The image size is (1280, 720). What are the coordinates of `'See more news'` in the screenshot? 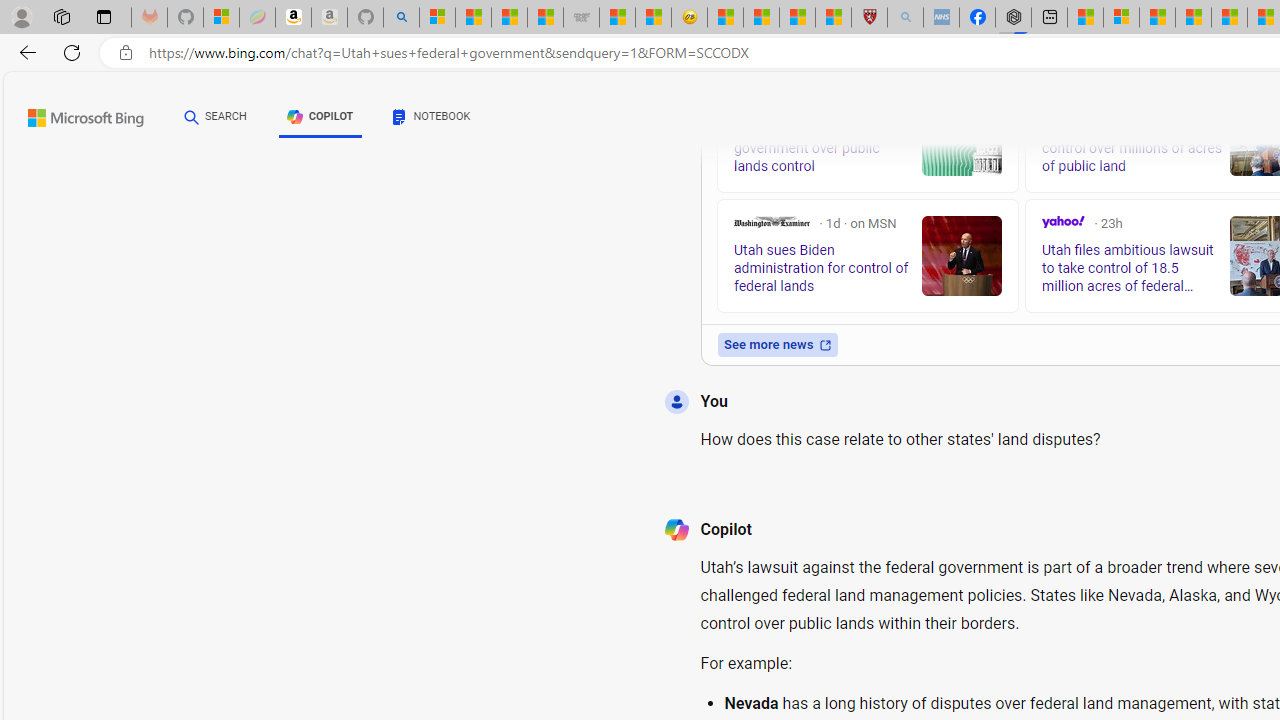 It's located at (776, 343).